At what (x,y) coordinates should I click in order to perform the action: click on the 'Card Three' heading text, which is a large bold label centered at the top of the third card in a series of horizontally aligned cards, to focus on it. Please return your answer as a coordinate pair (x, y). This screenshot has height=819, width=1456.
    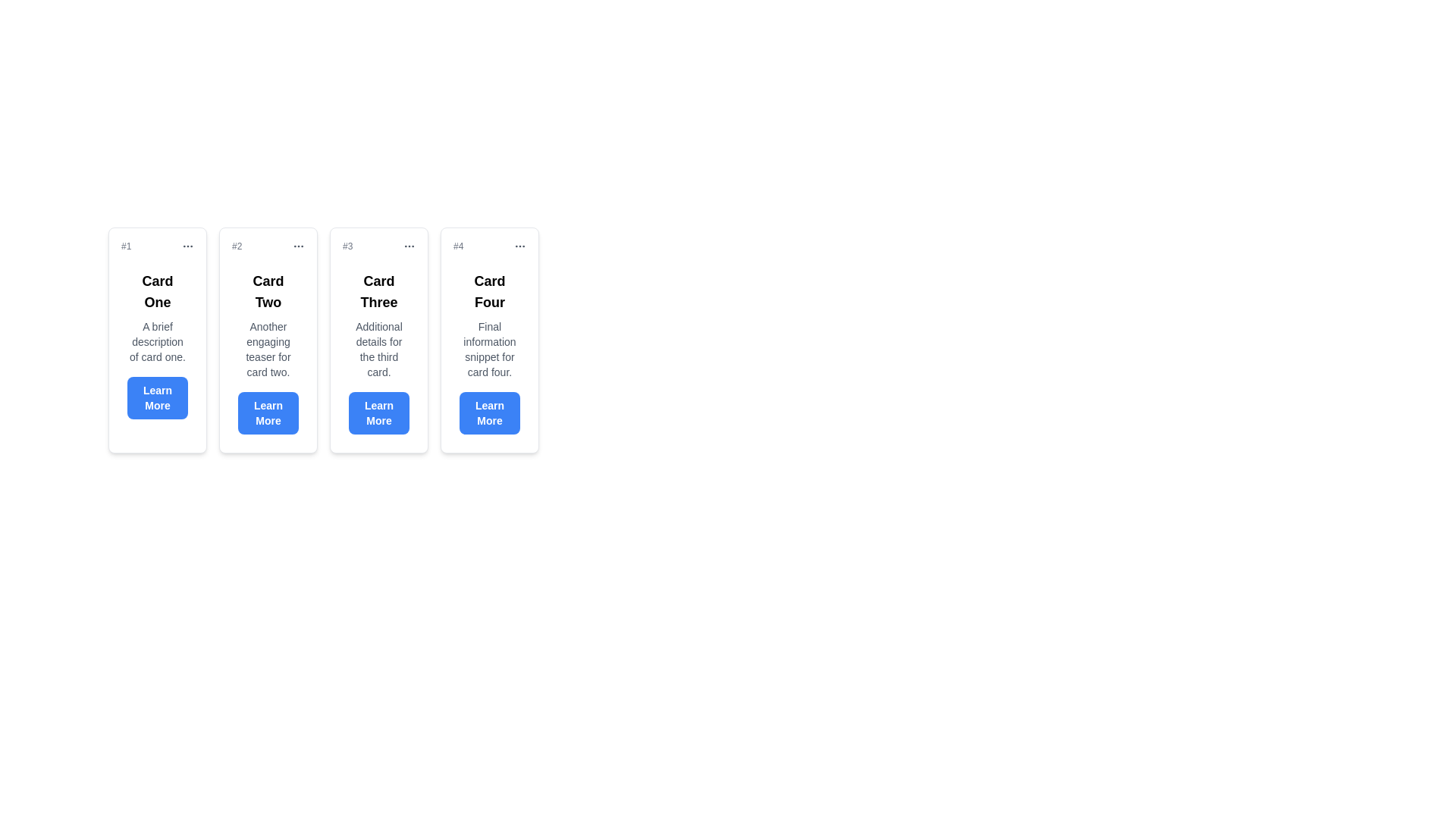
    Looking at the image, I should click on (378, 292).